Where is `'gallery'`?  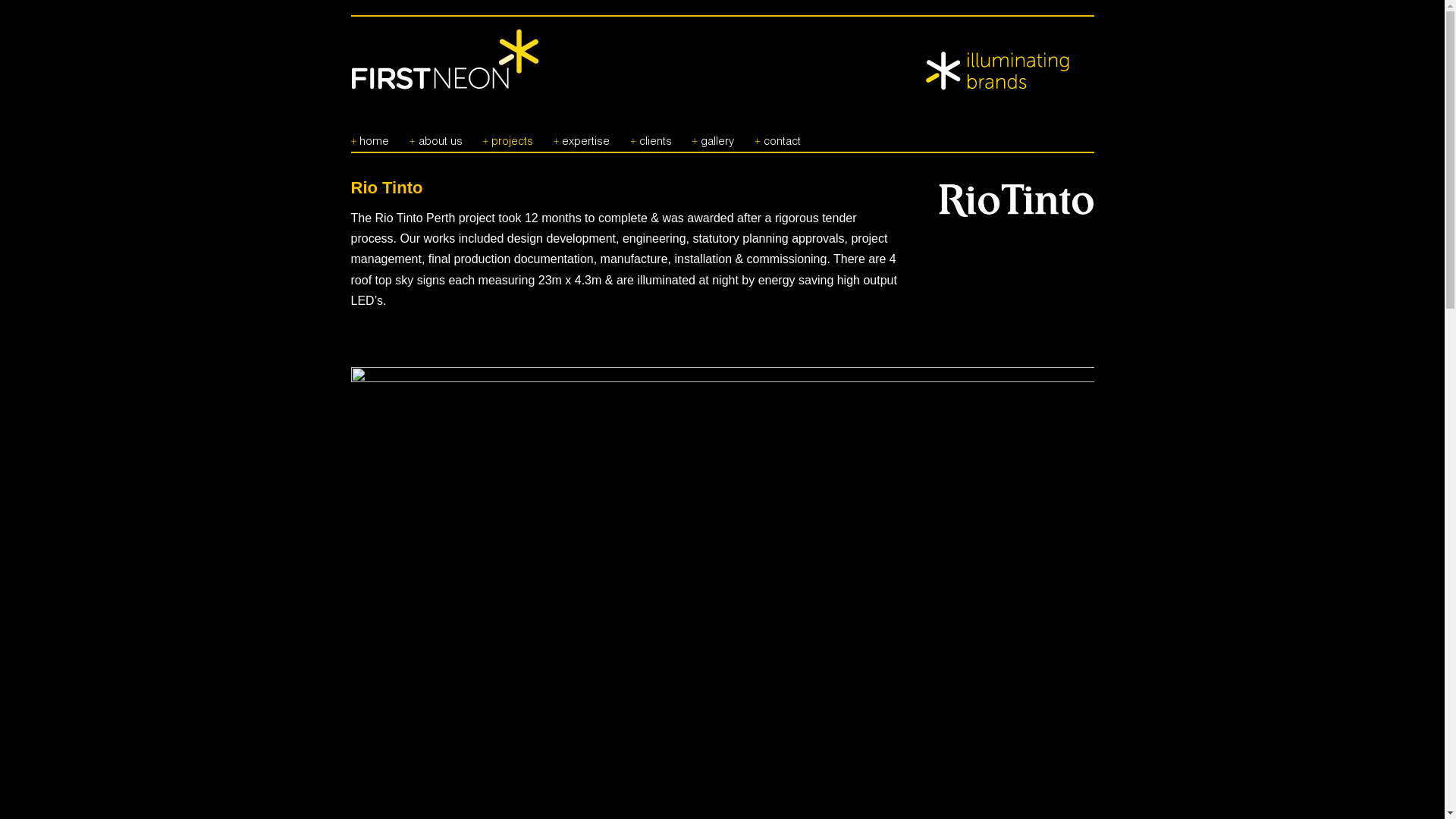 'gallery' is located at coordinates (712, 135).